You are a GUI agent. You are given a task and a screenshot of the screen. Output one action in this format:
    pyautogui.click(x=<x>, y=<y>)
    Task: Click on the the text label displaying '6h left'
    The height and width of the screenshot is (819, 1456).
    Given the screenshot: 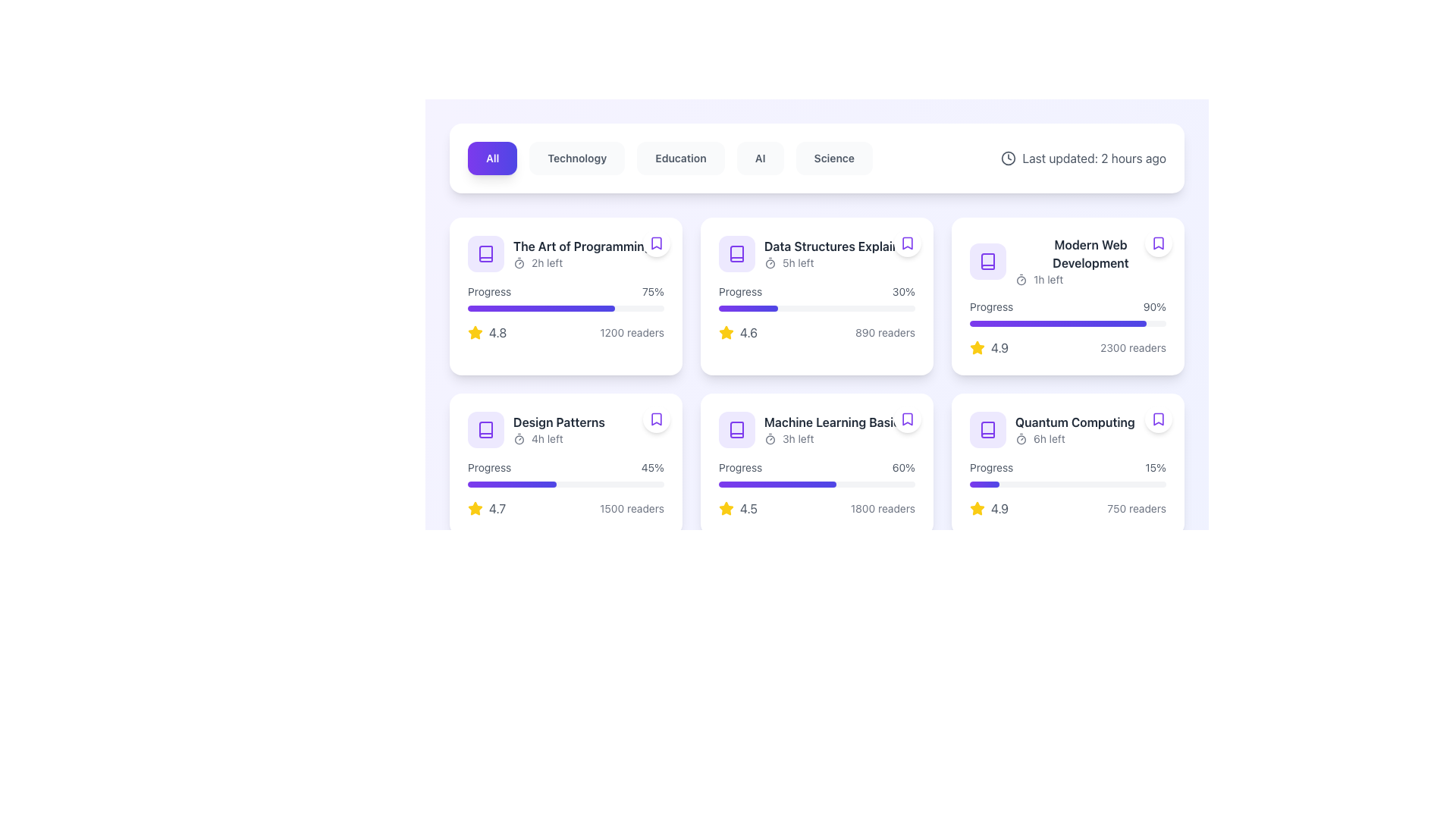 What is the action you would take?
    pyautogui.click(x=1048, y=438)
    